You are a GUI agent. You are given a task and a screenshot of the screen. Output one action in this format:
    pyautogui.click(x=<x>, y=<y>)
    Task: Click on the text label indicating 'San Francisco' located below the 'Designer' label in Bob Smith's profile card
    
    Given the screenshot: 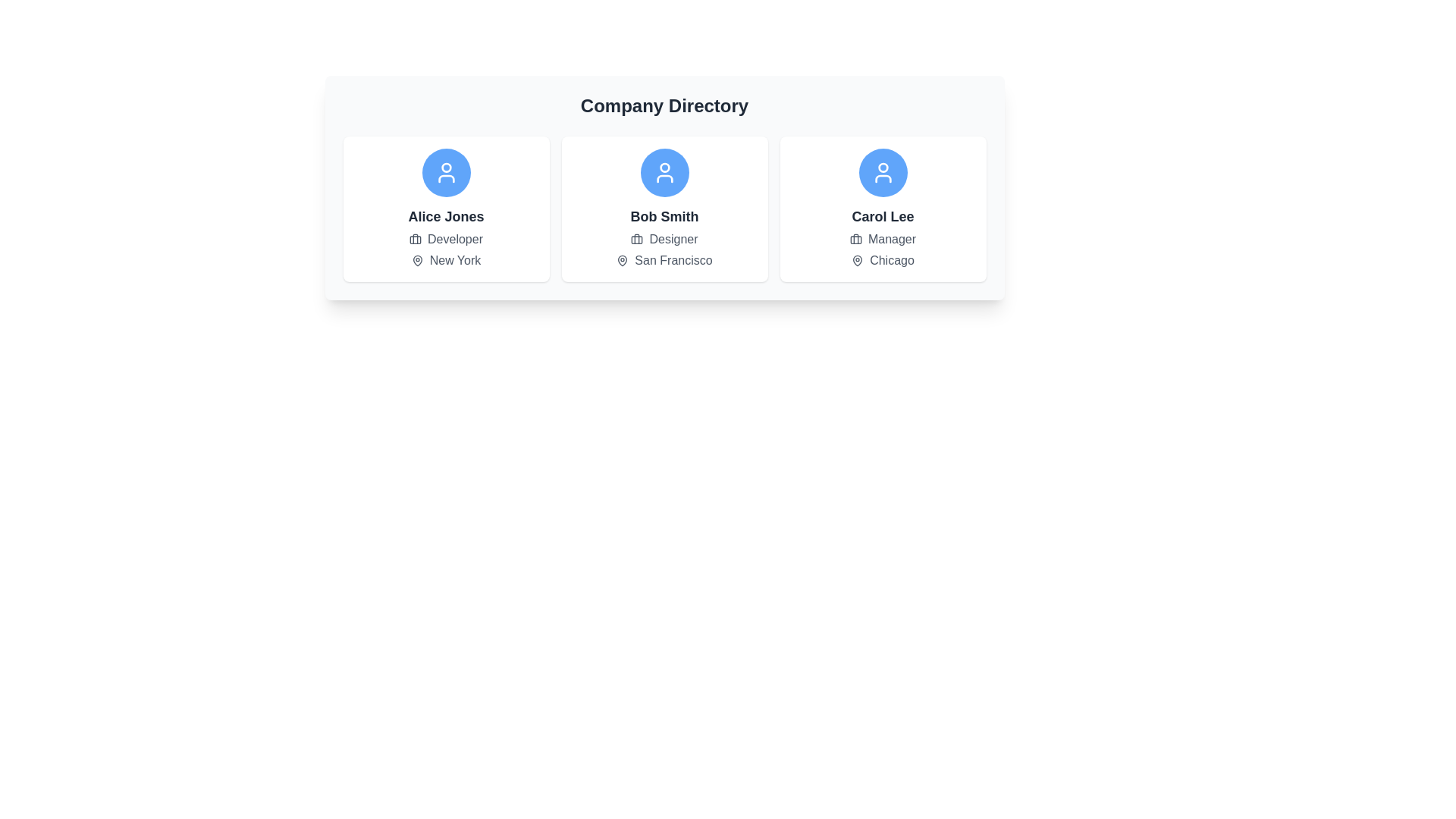 What is the action you would take?
    pyautogui.click(x=664, y=259)
    